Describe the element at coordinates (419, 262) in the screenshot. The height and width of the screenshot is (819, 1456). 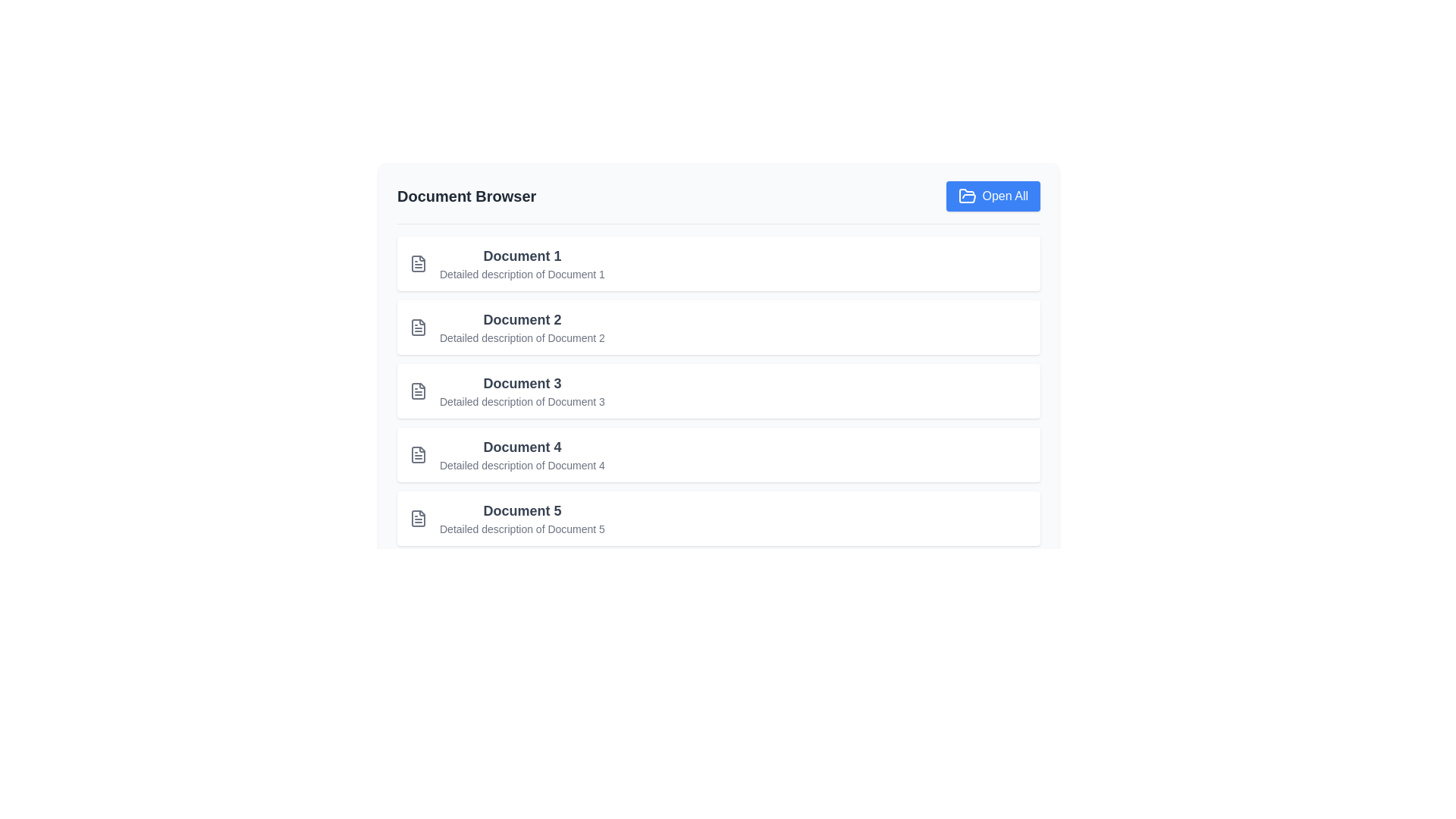
I see `the gray file icon located at the far left inside the first document entry titled 'Document 1'` at that location.